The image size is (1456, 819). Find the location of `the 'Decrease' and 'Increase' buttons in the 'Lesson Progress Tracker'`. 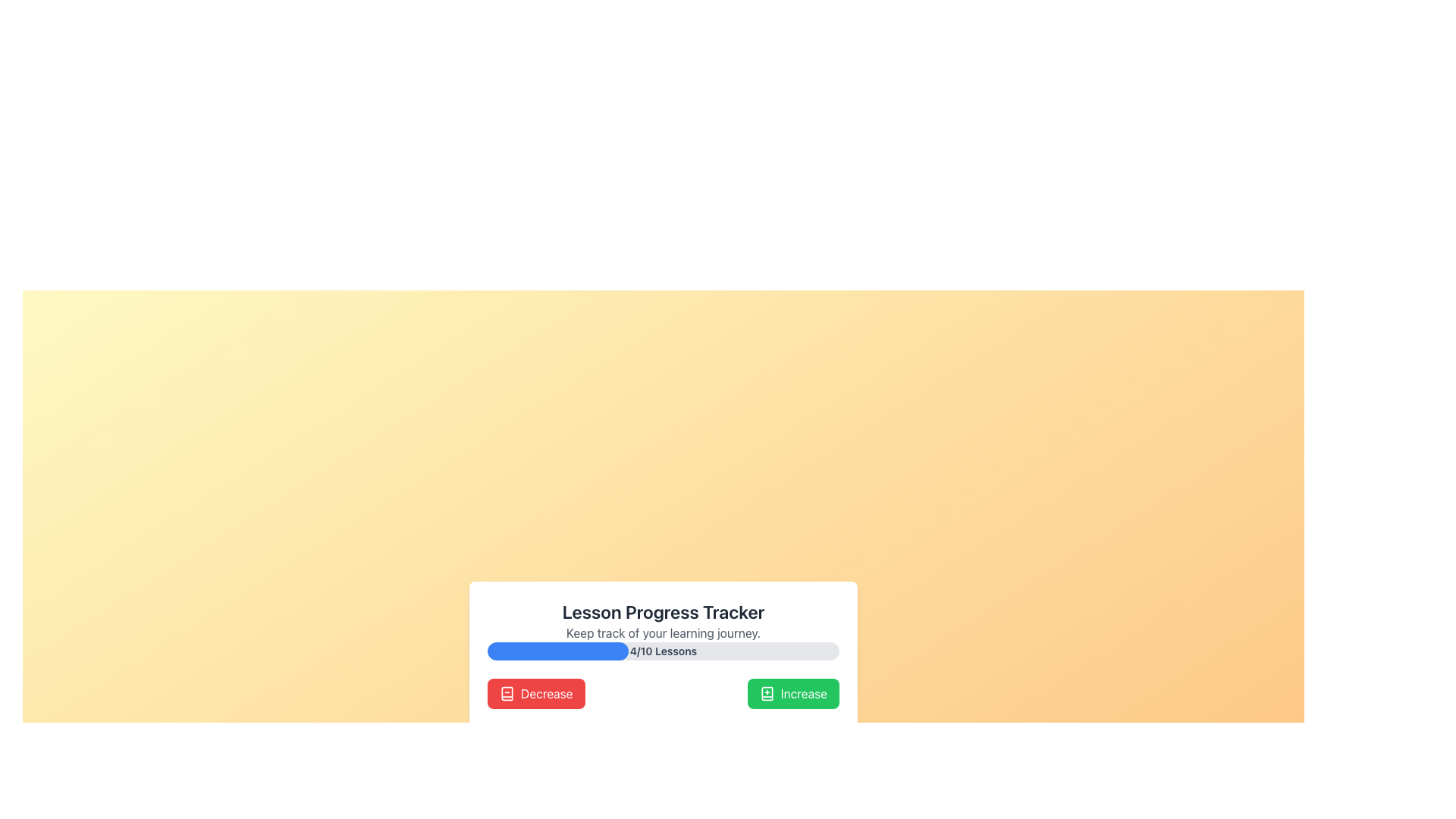

the 'Decrease' and 'Increase' buttons in the 'Lesson Progress Tracker' is located at coordinates (663, 699).